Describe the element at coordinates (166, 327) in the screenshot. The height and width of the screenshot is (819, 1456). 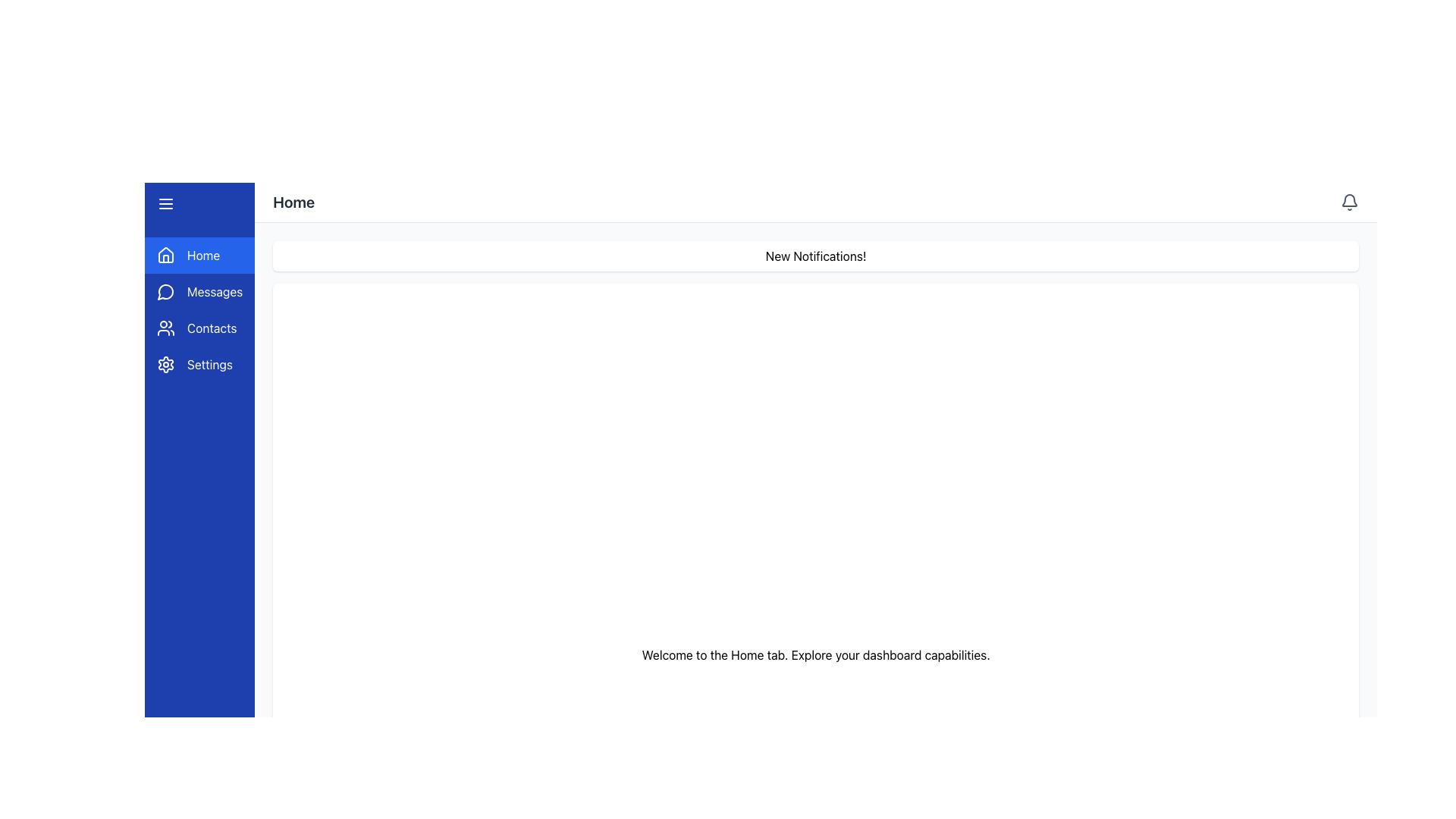
I see `the 'Contacts' icon button located in the vertical navigation panel on the left side of the interface` at that location.